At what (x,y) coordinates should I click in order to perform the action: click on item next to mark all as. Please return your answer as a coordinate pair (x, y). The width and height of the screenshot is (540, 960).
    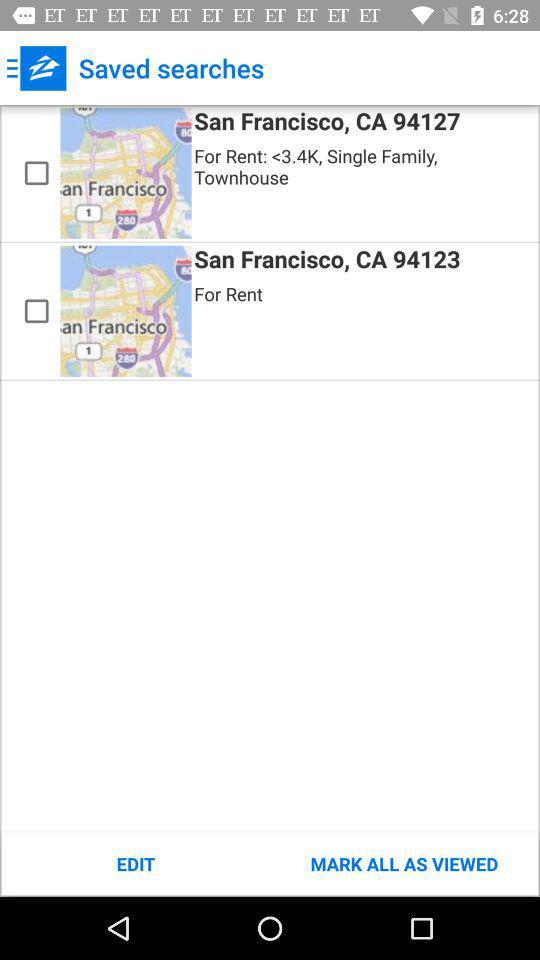
    Looking at the image, I should click on (135, 863).